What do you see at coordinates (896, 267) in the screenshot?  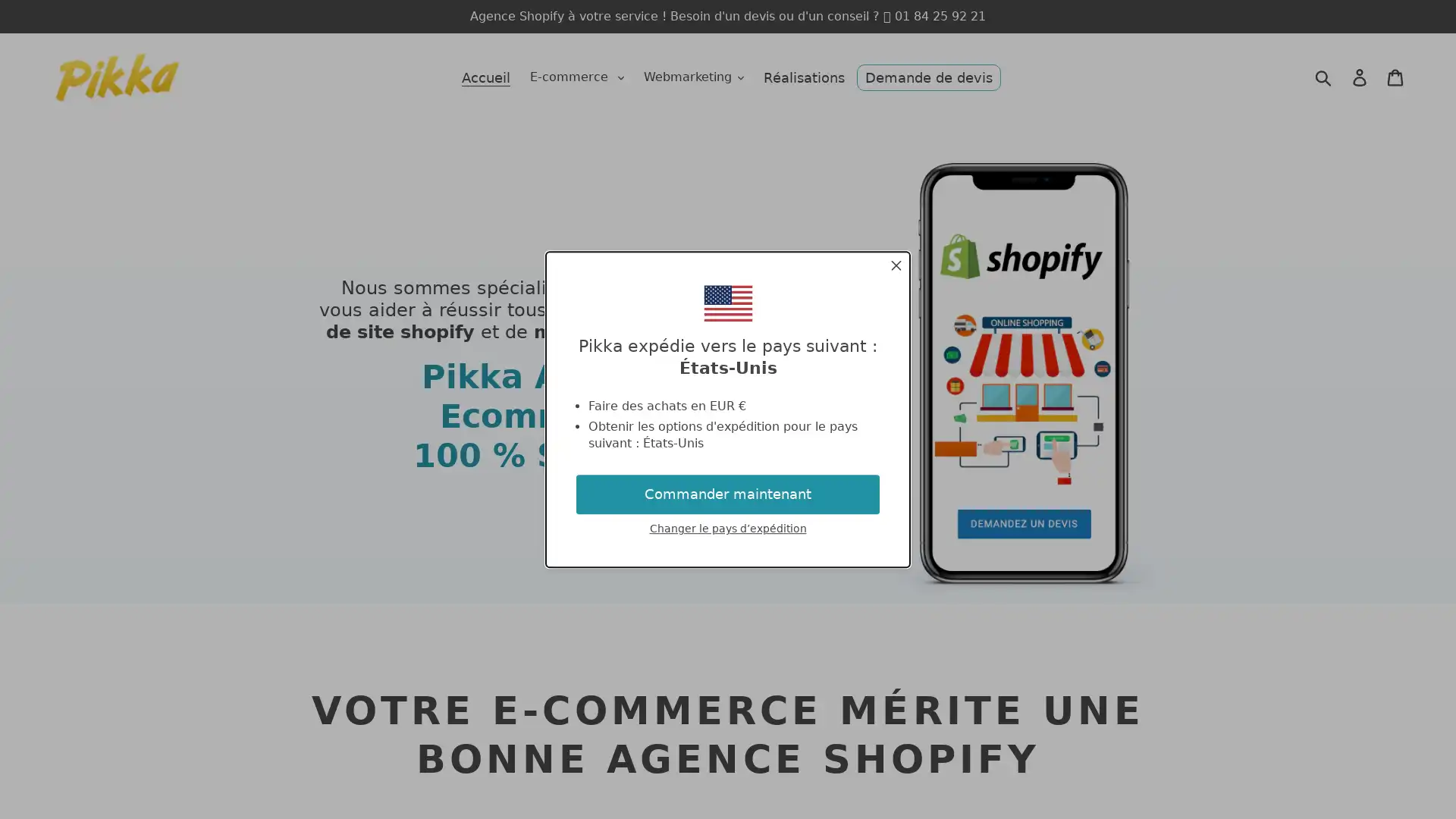 I see `Dismiss` at bounding box center [896, 267].